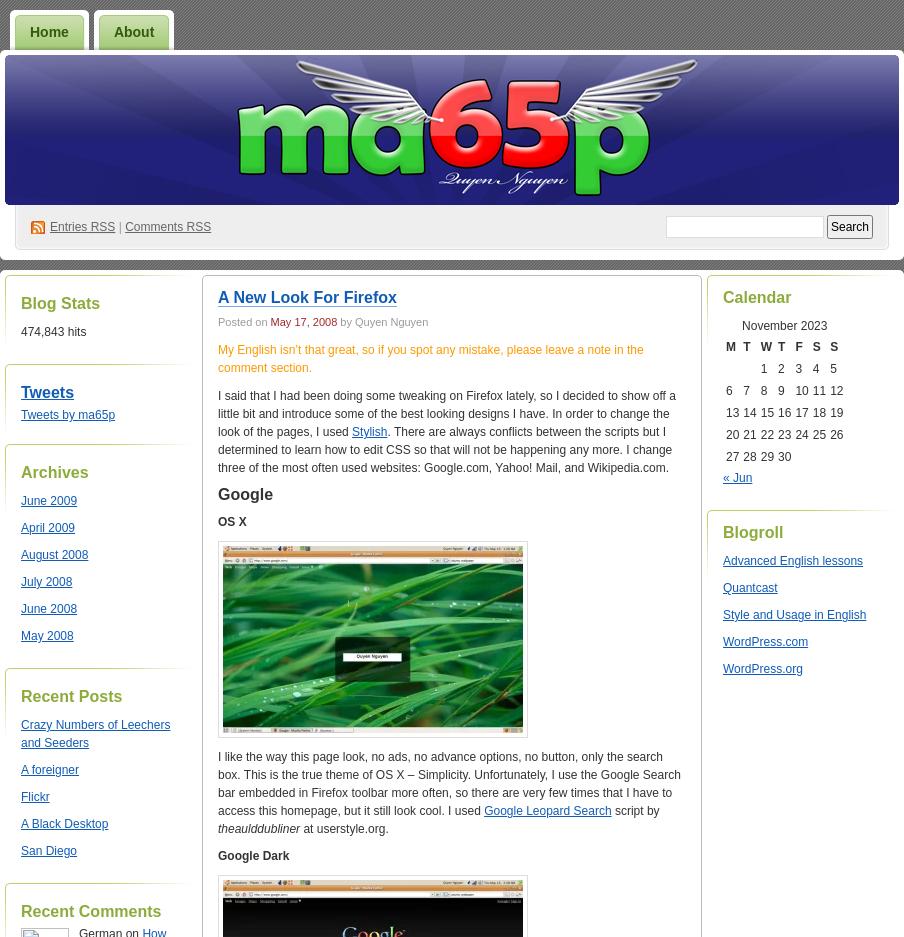  Describe the element at coordinates (793, 367) in the screenshot. I see `'3'` at that location.